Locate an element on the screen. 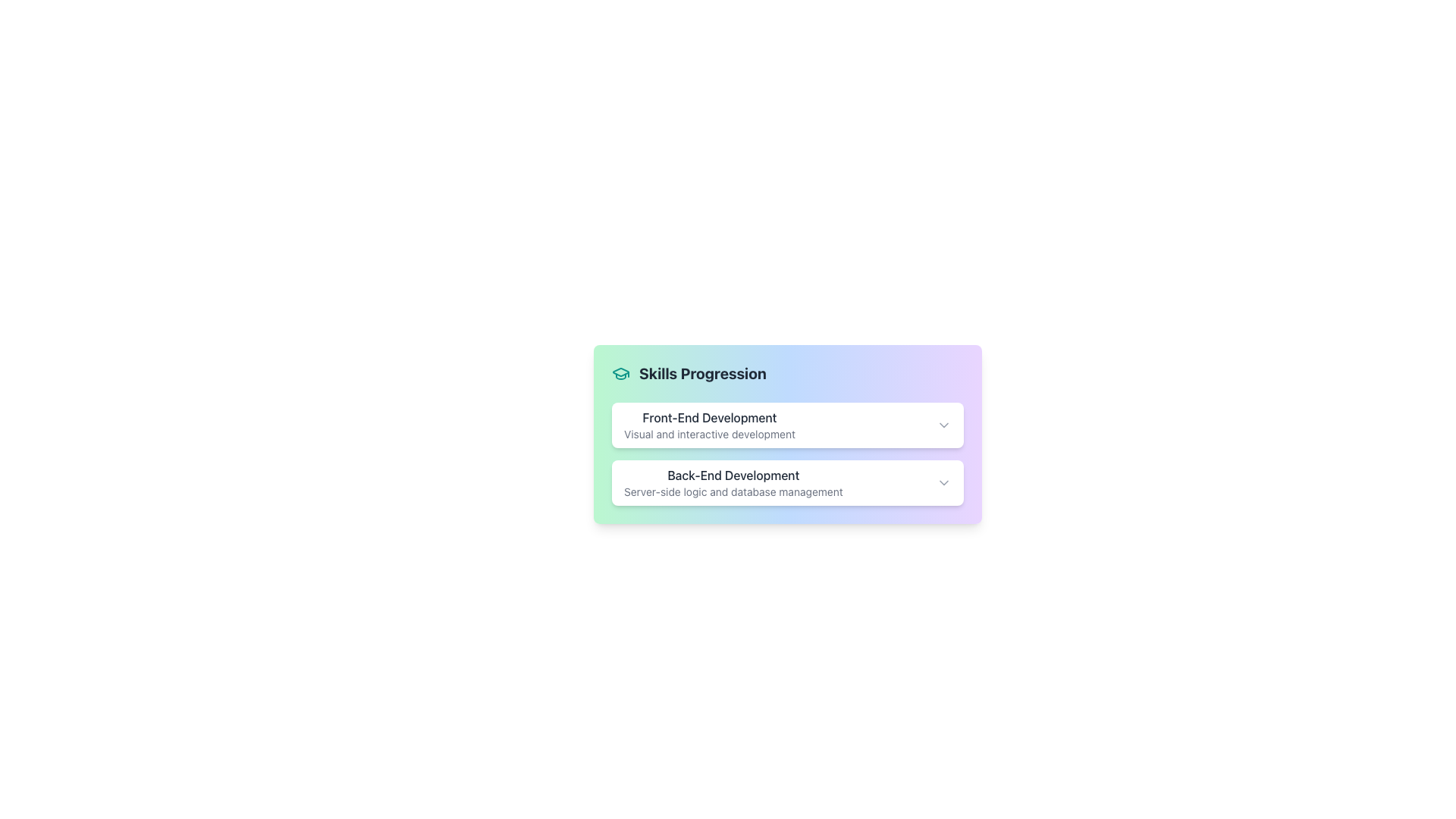 This screenshot has width=1456, height=819. the decorative icon representing skills progression, located to the left of the 'Skills Progression' text in the header area of the skills card interface is located at coordinates (621, 374).